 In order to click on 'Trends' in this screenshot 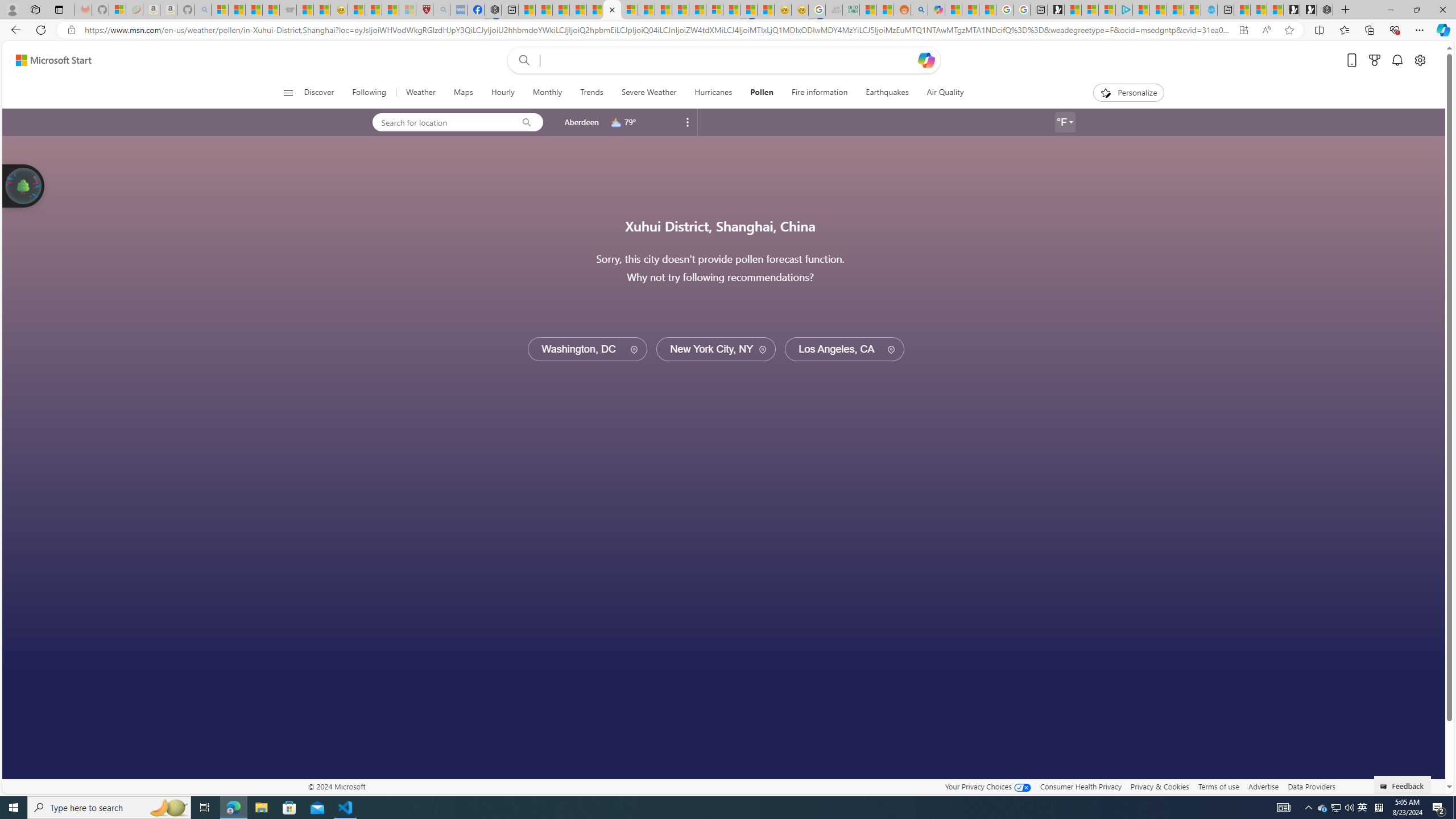, I will do `click(591, 92)`.